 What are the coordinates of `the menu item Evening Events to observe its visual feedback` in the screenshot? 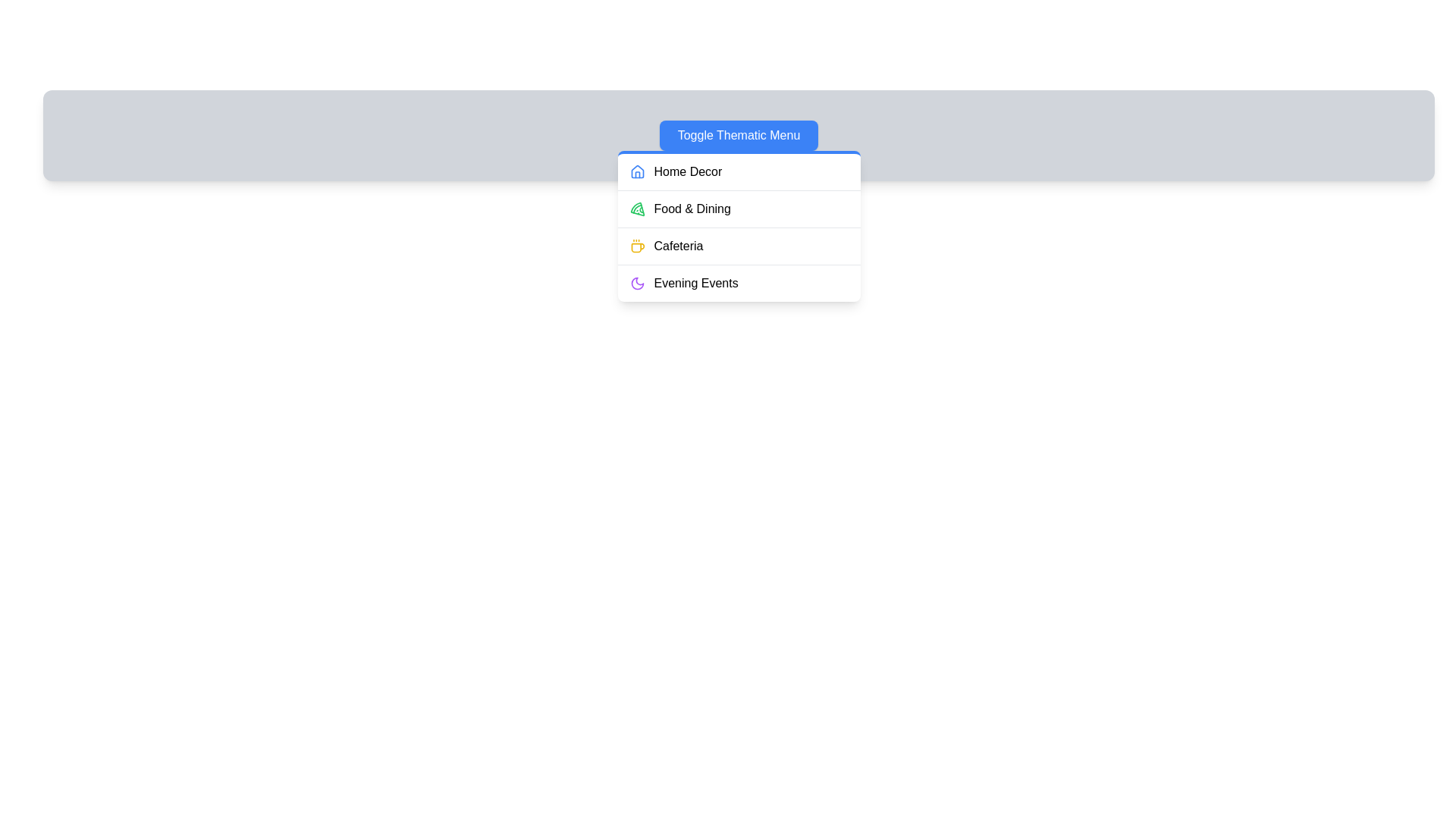 It's located at (739, 283).